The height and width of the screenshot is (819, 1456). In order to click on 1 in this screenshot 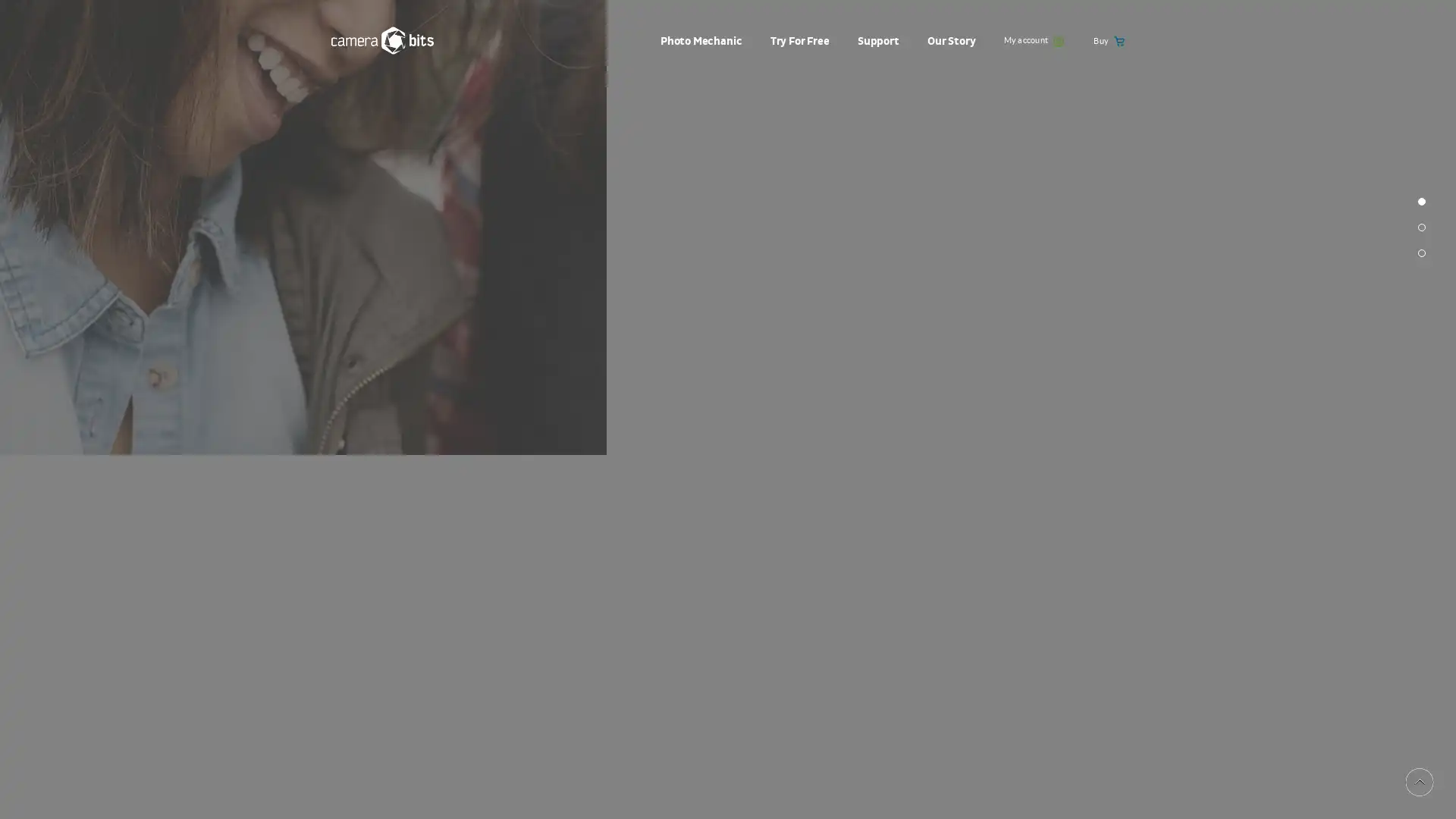, I will do `click(1421, 382)`.